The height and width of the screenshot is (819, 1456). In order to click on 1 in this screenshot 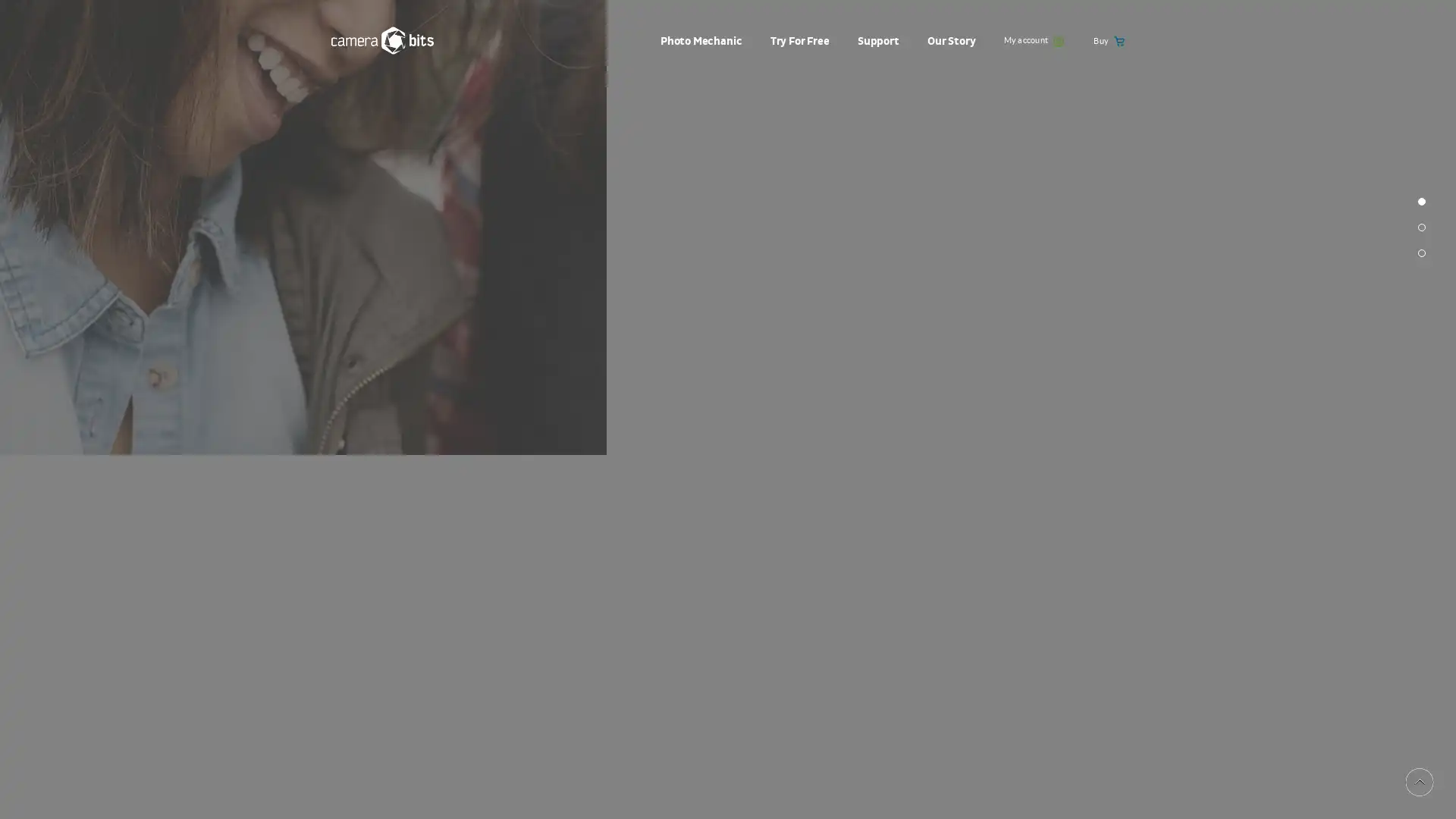, I will do `click(1421, 382)`.